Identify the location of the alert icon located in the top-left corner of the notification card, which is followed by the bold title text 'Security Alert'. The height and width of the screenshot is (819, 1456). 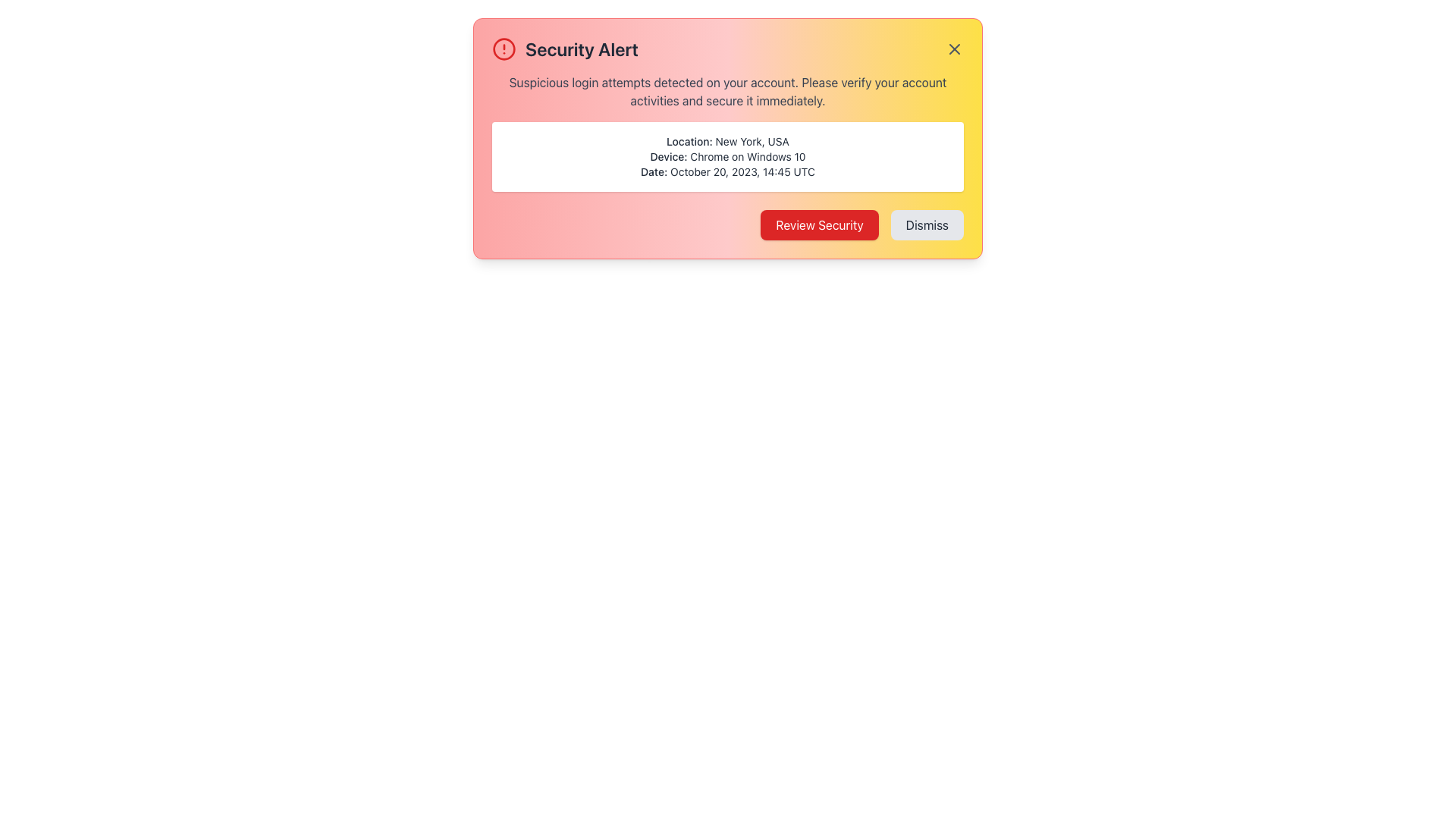
(504, 49).